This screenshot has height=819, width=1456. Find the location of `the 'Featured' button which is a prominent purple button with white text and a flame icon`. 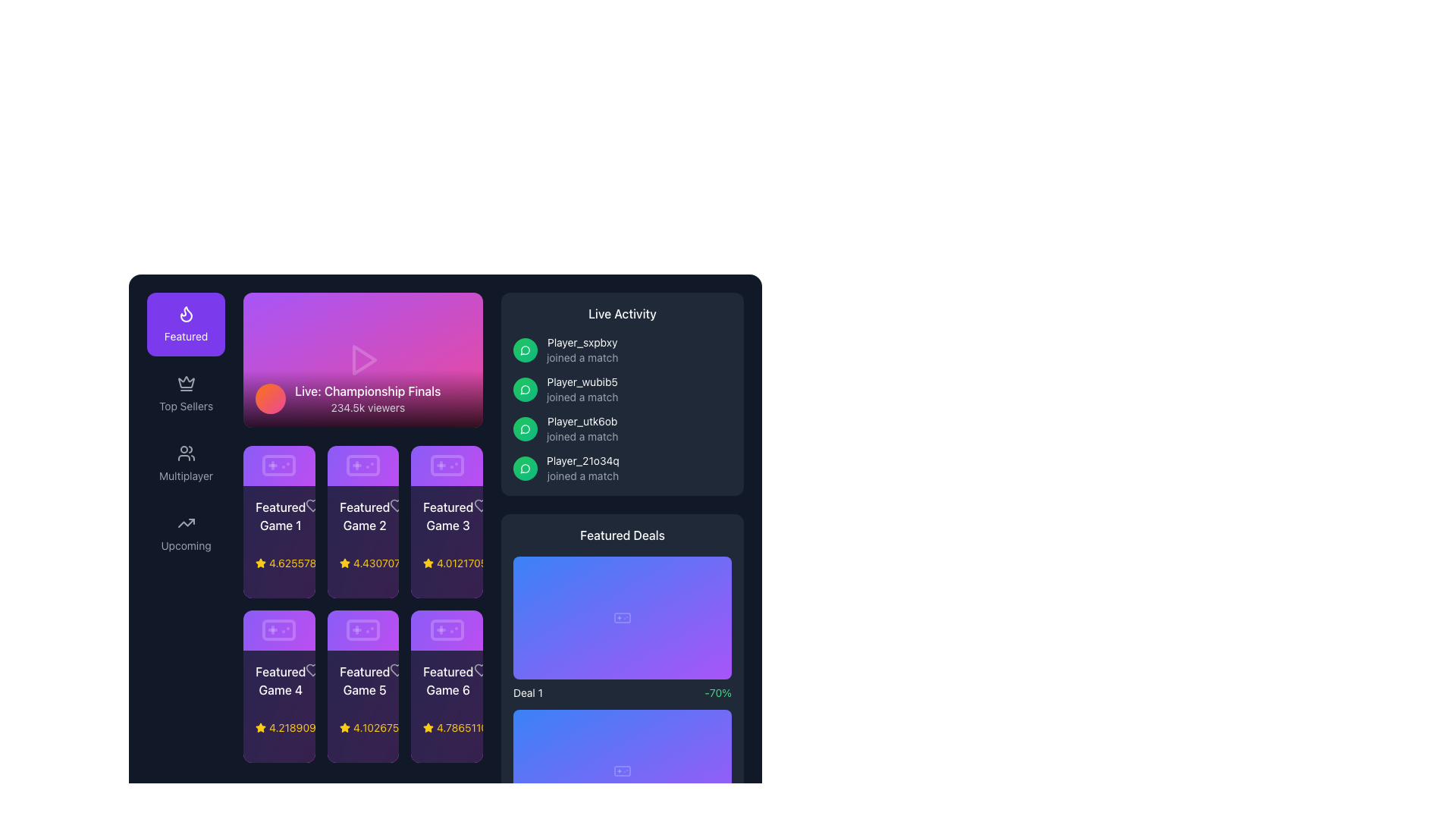

the 'Featured' button which is a prominent purple button with white text and a flame icon is located at coordinates (185, 324).